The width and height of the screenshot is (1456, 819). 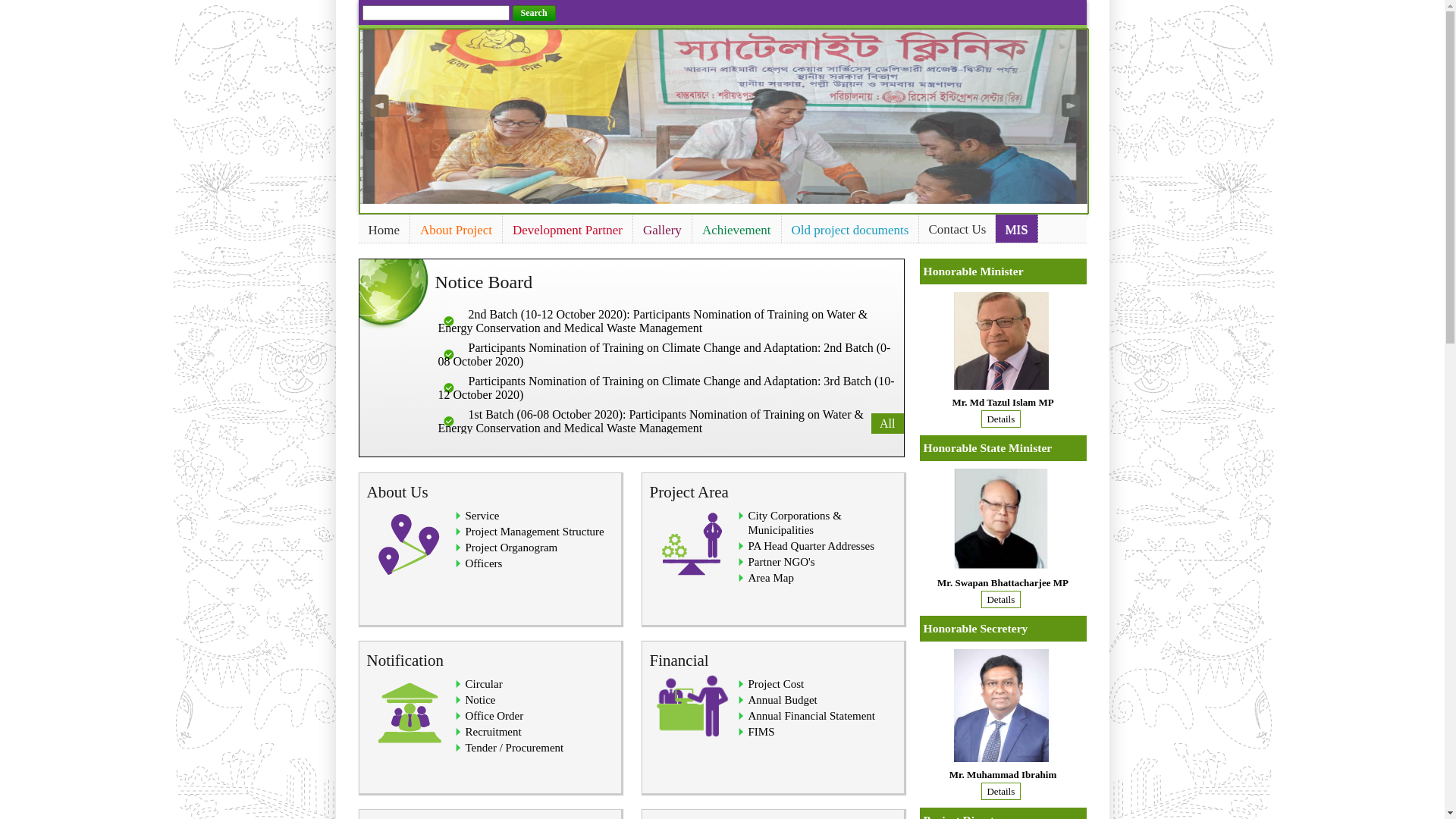 I want to click on 'Annual Financial Statement', so click(x=810, y=716).